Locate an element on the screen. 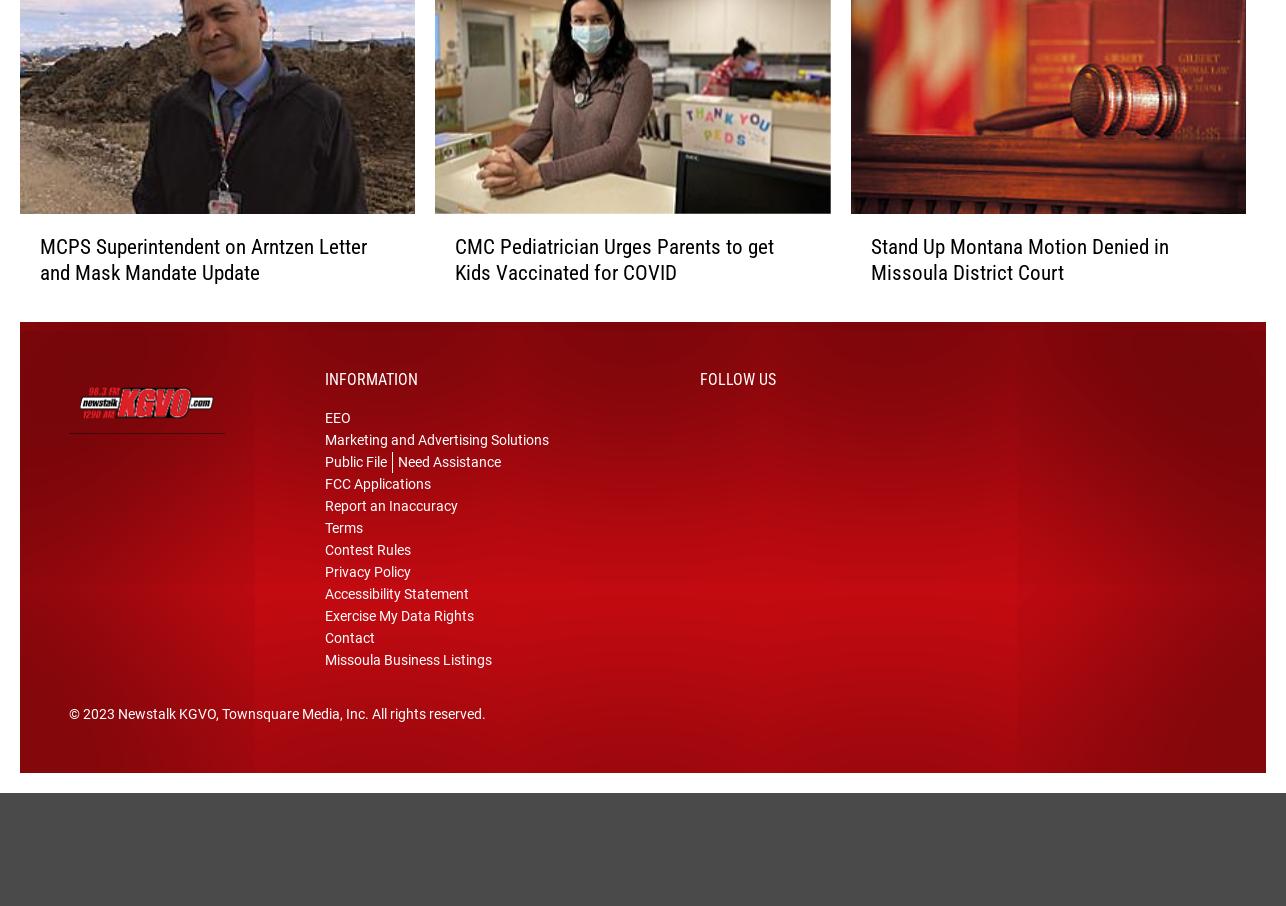 This screenshot has width=1286, height=906. 'FCC Applications' is located at coordinates (376, 509).